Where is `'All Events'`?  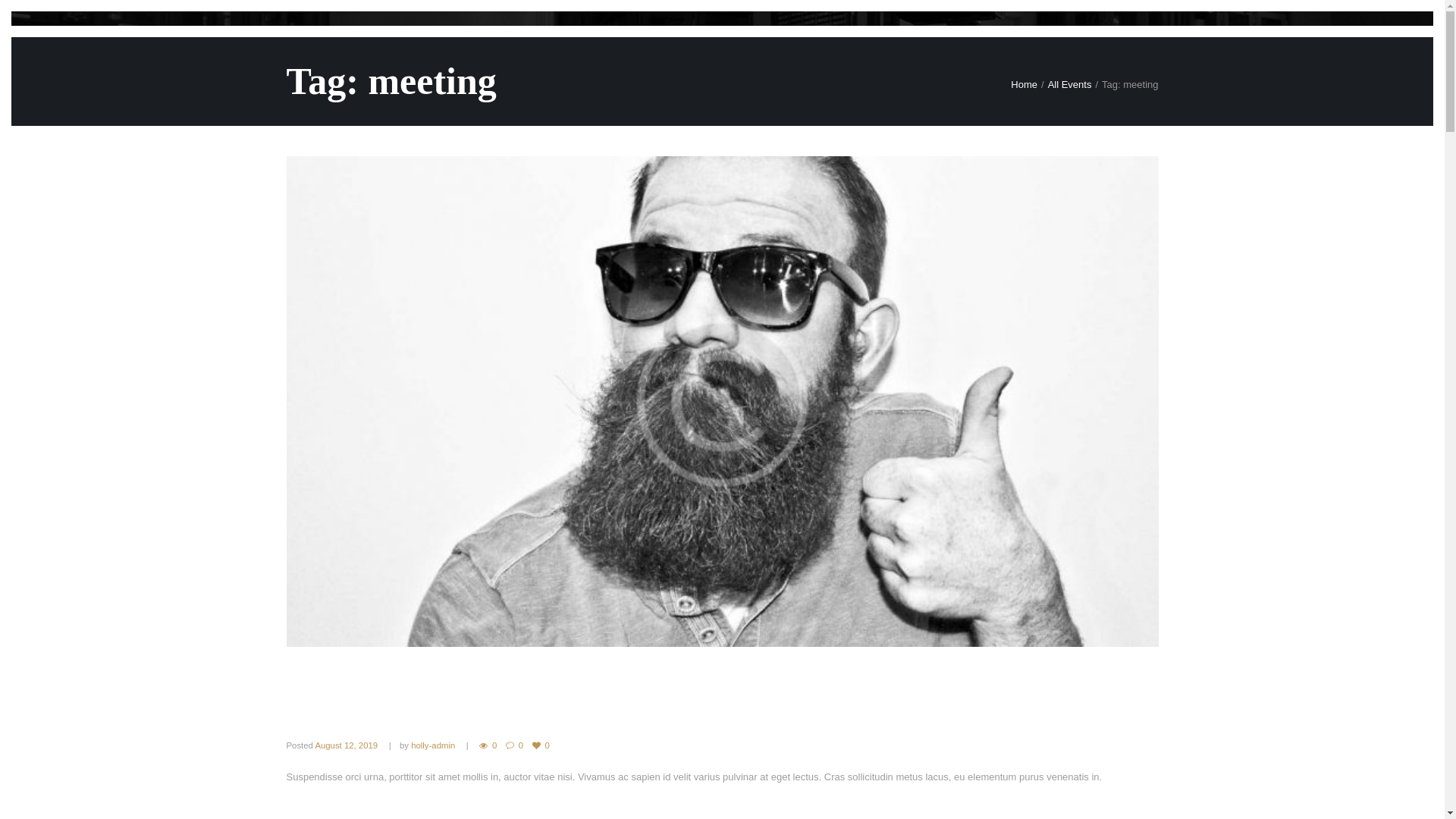
'All Events' is located at coordinates (1069, 84).